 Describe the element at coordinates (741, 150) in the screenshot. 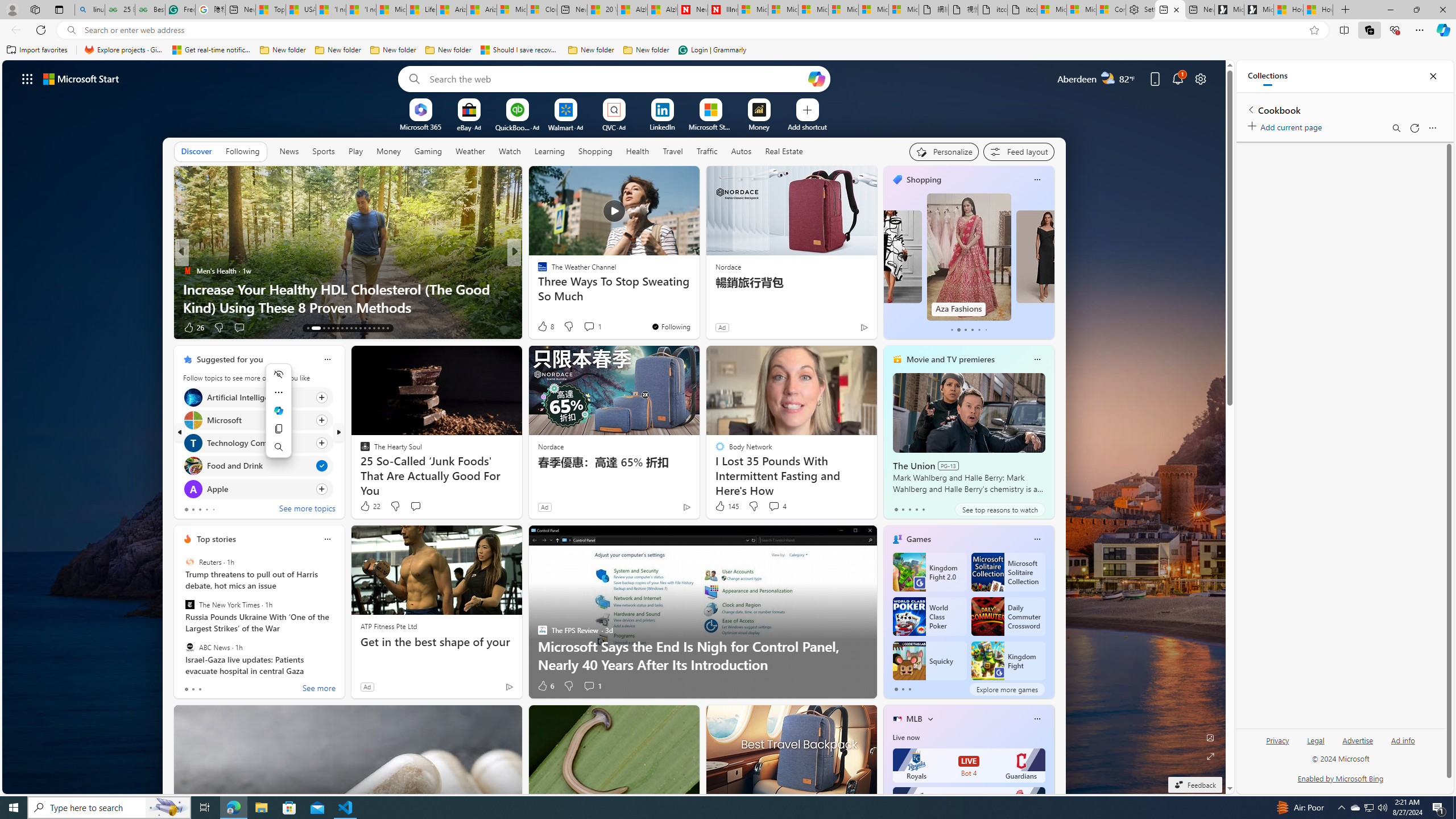

I see `'Autos'` at that location.